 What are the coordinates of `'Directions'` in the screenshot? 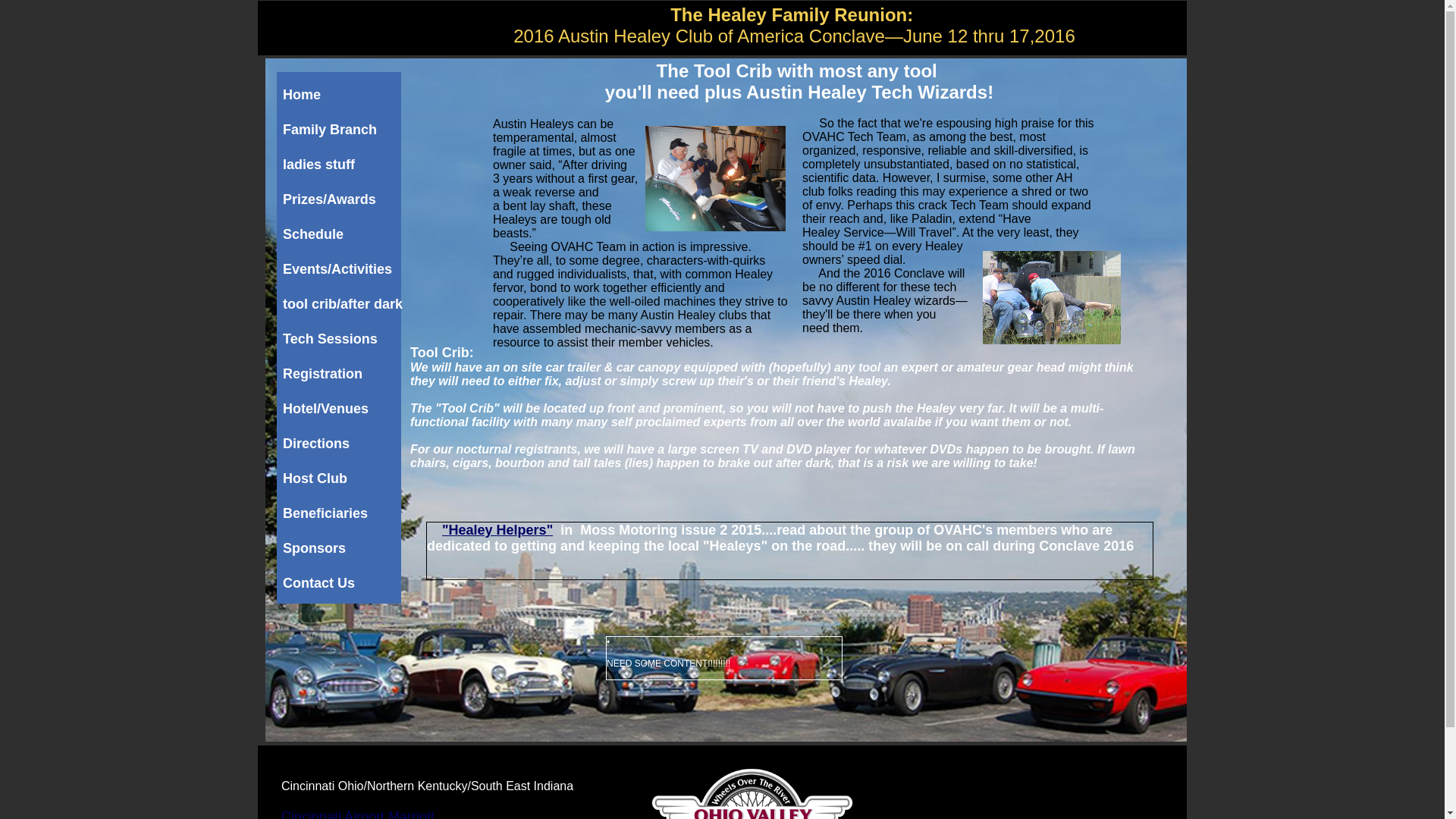 It's located at (341, 444).